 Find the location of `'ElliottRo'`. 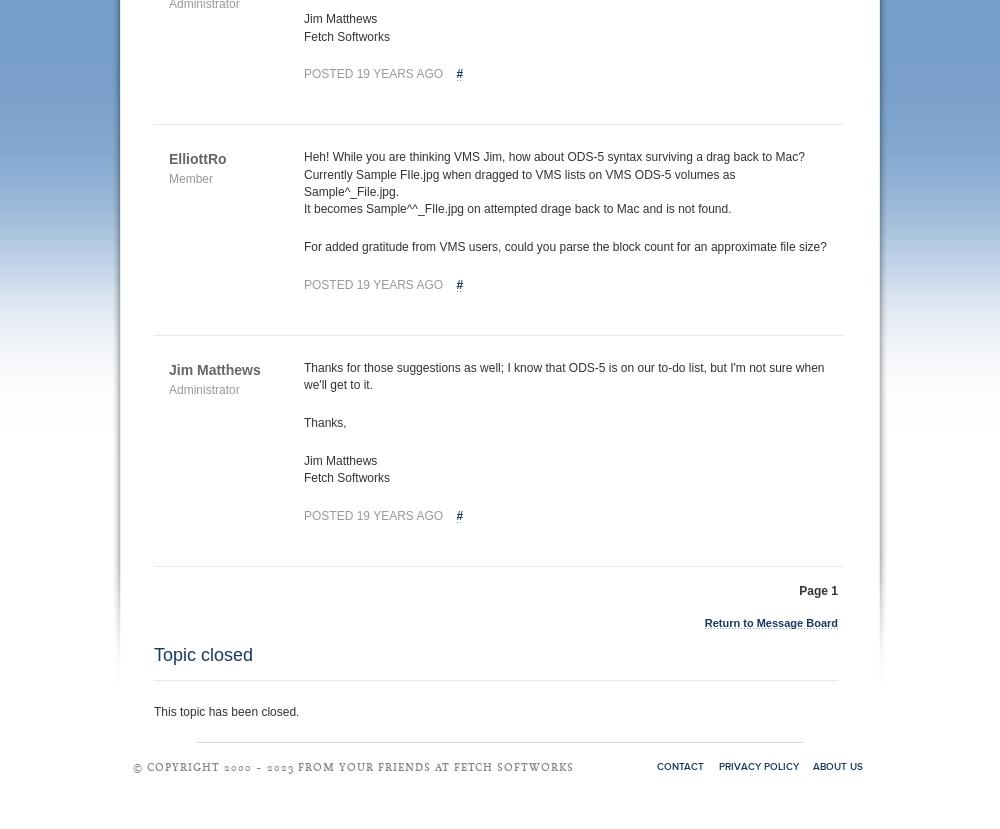

'ElliottRo' is located at coordinates (196, 159).